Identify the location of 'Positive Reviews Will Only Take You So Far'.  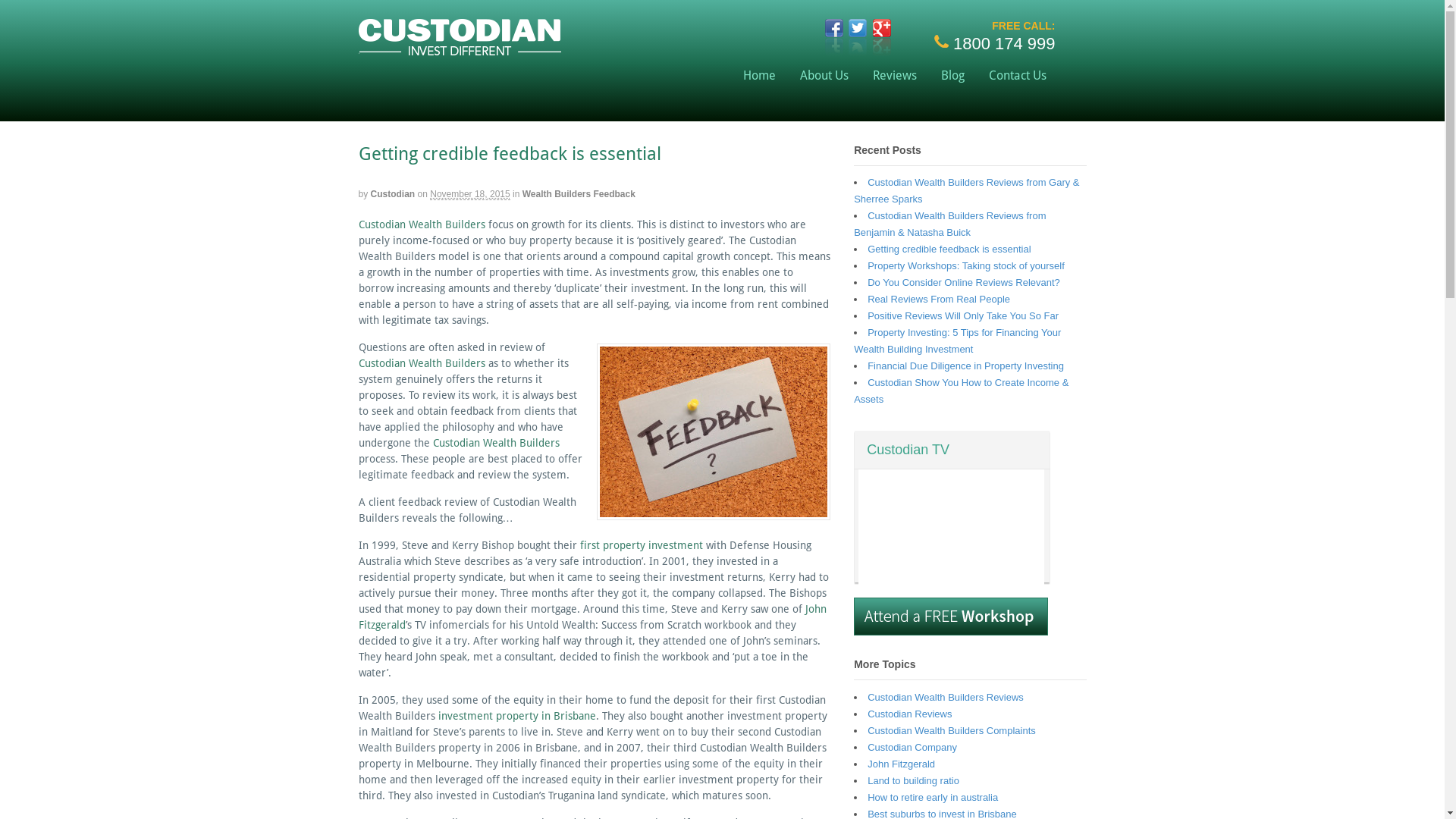
(962, 315).